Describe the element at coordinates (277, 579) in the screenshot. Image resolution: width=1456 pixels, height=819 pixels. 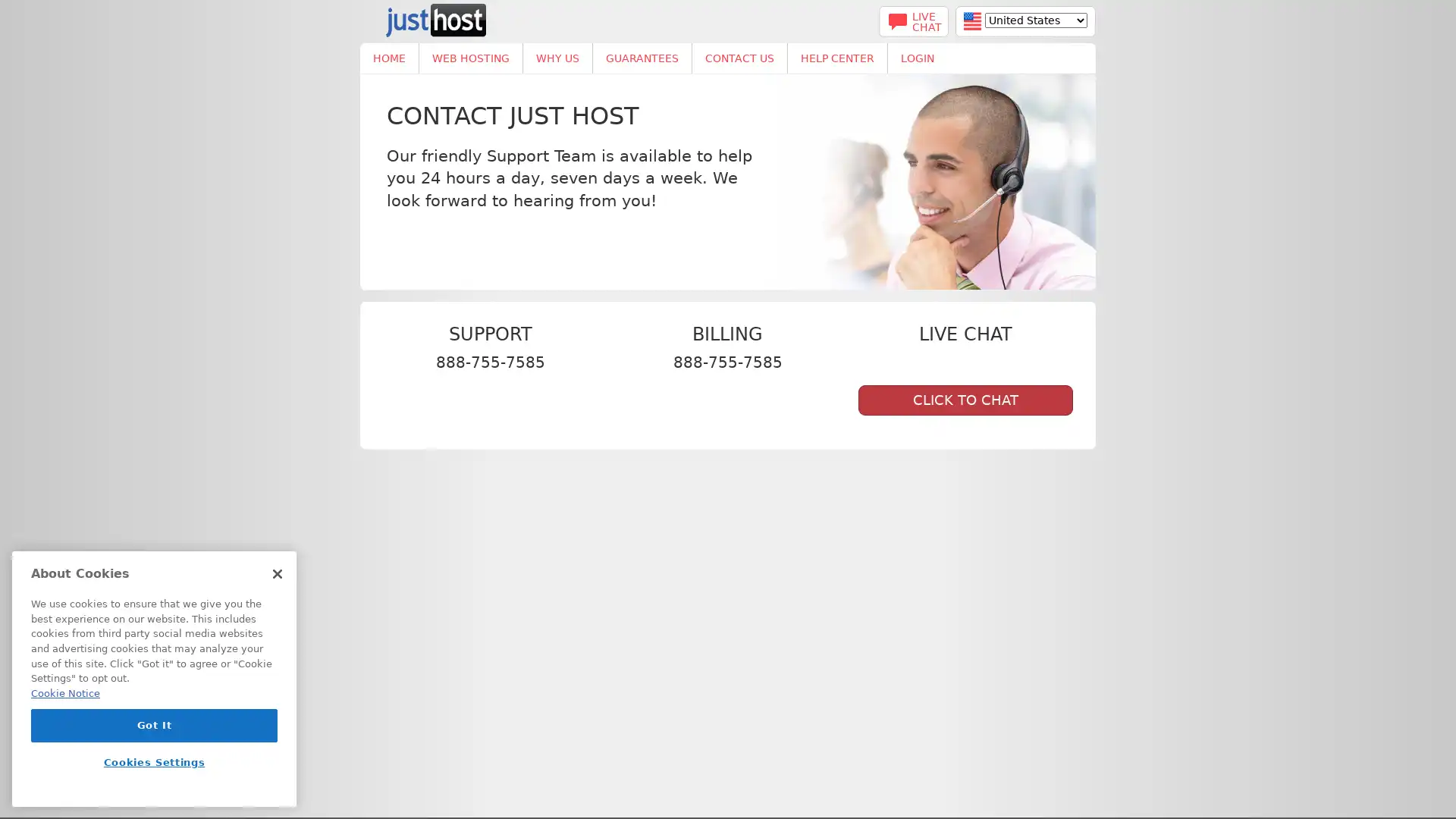
I see `Close` at that location.